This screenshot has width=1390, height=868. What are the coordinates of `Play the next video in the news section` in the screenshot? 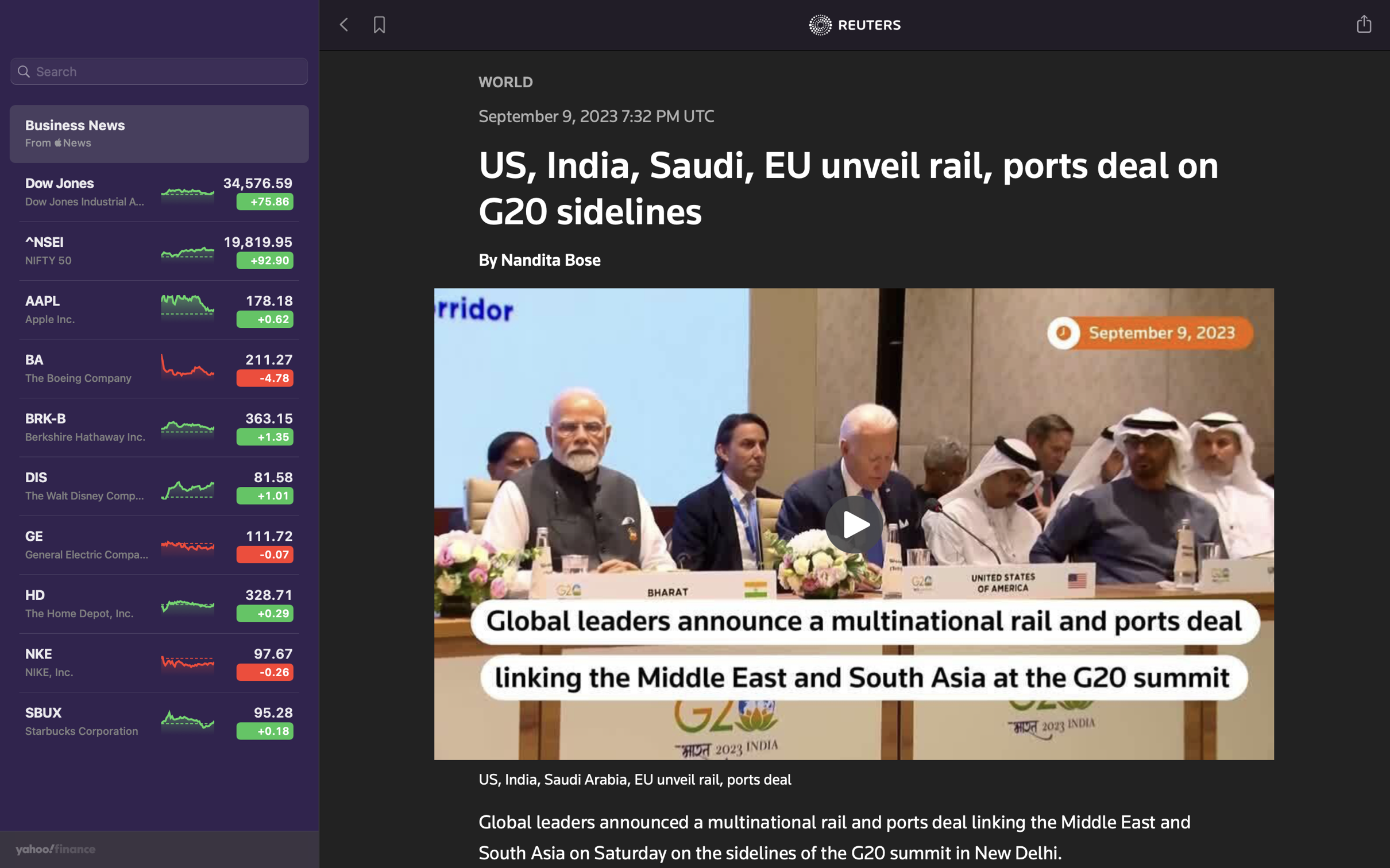 It's located at (855, 522).